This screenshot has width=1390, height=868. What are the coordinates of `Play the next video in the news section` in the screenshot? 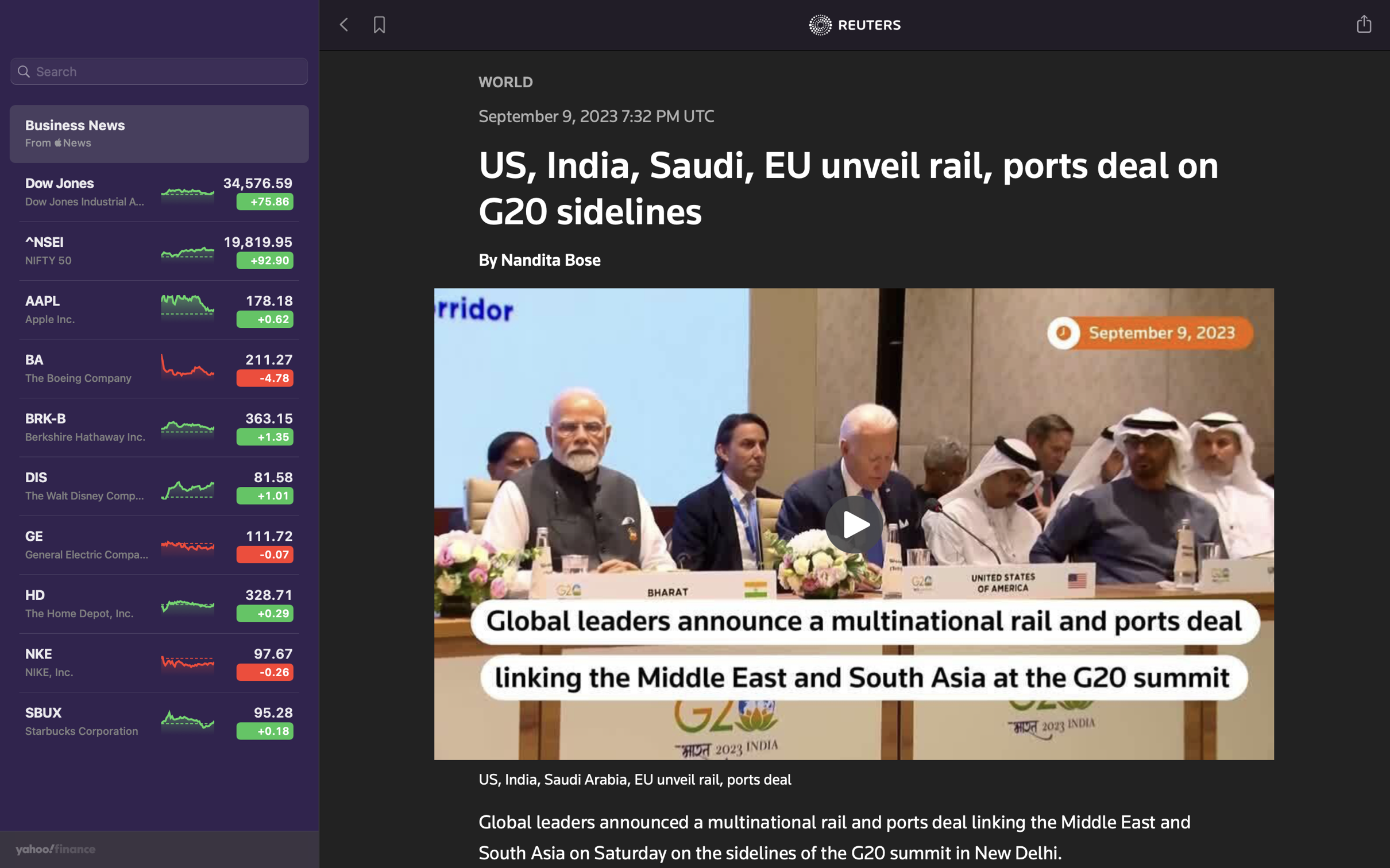 It's located at (855, 522).